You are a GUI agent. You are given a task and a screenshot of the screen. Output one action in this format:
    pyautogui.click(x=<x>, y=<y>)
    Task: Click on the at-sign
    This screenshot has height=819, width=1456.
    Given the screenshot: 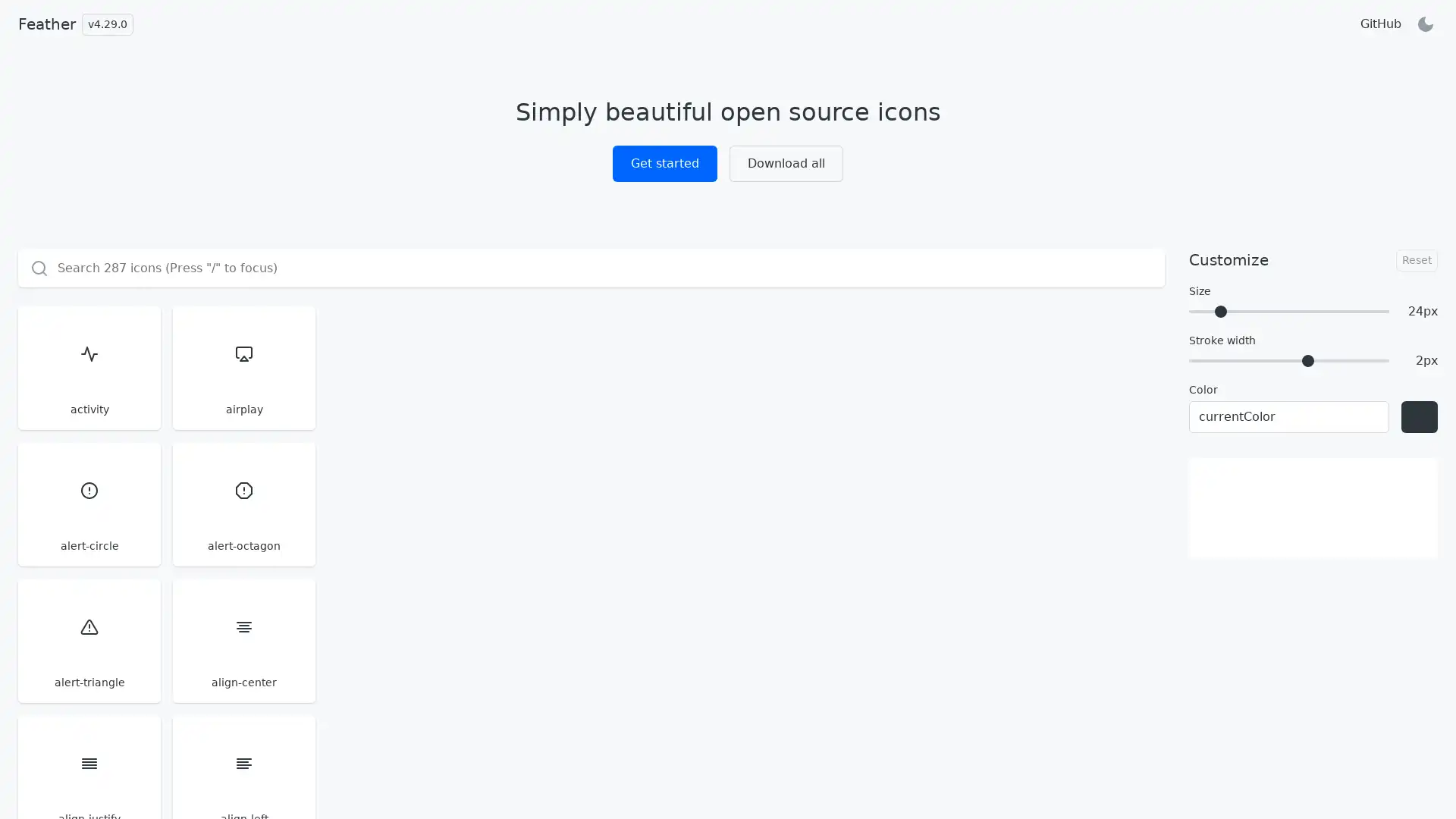 What is the action you would take?
    pyautogui.click(x=847, y=640)
    